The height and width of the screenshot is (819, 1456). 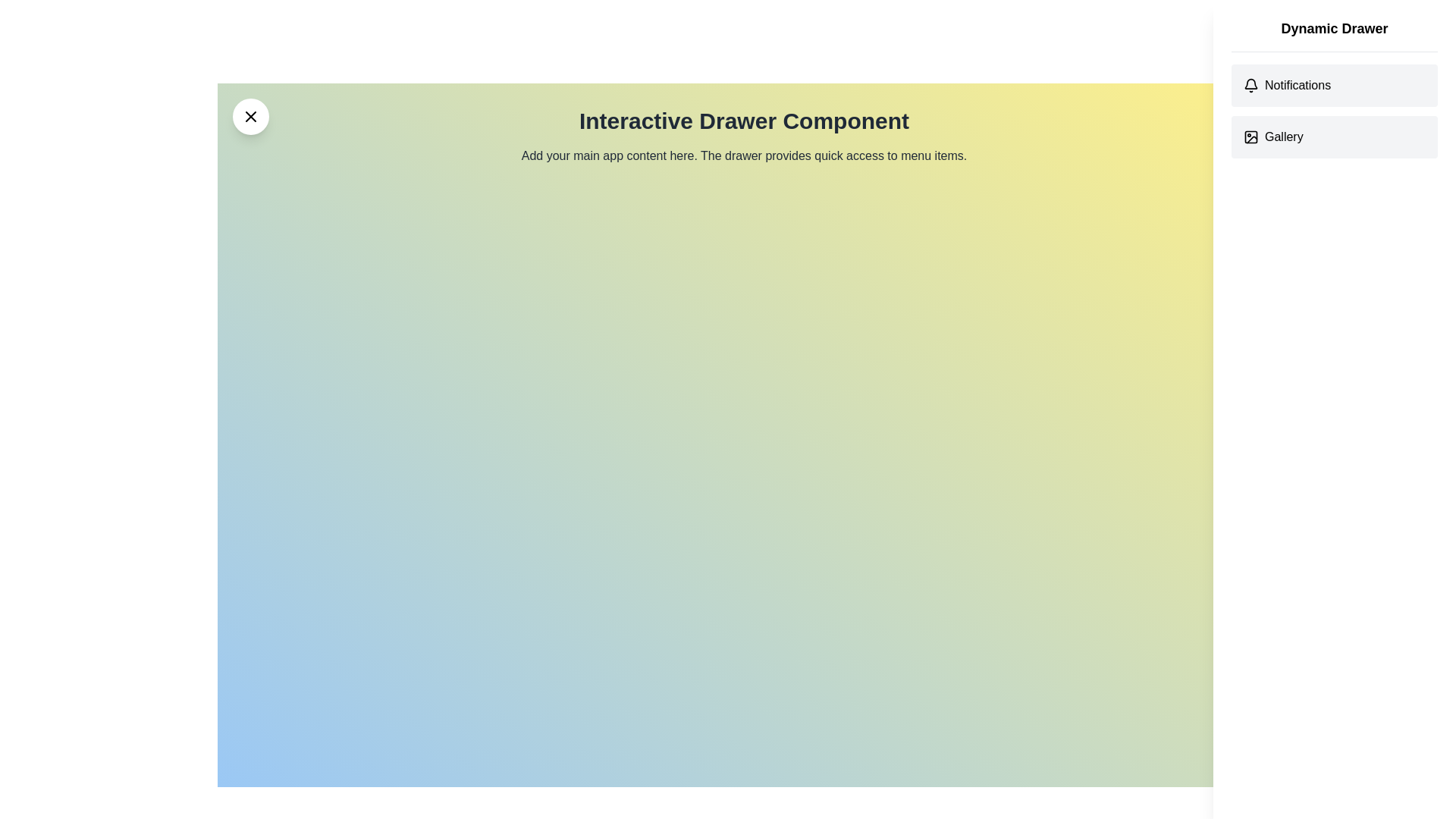 What do you see at coordinates (744, 155) in the screenshot?
I see `the static text element that reads 'Add your main app content here. The drawer provides quick access to menu items.' which is located underneath the title 'Interactive Drawer Component'` at bounding box center [744, 155].